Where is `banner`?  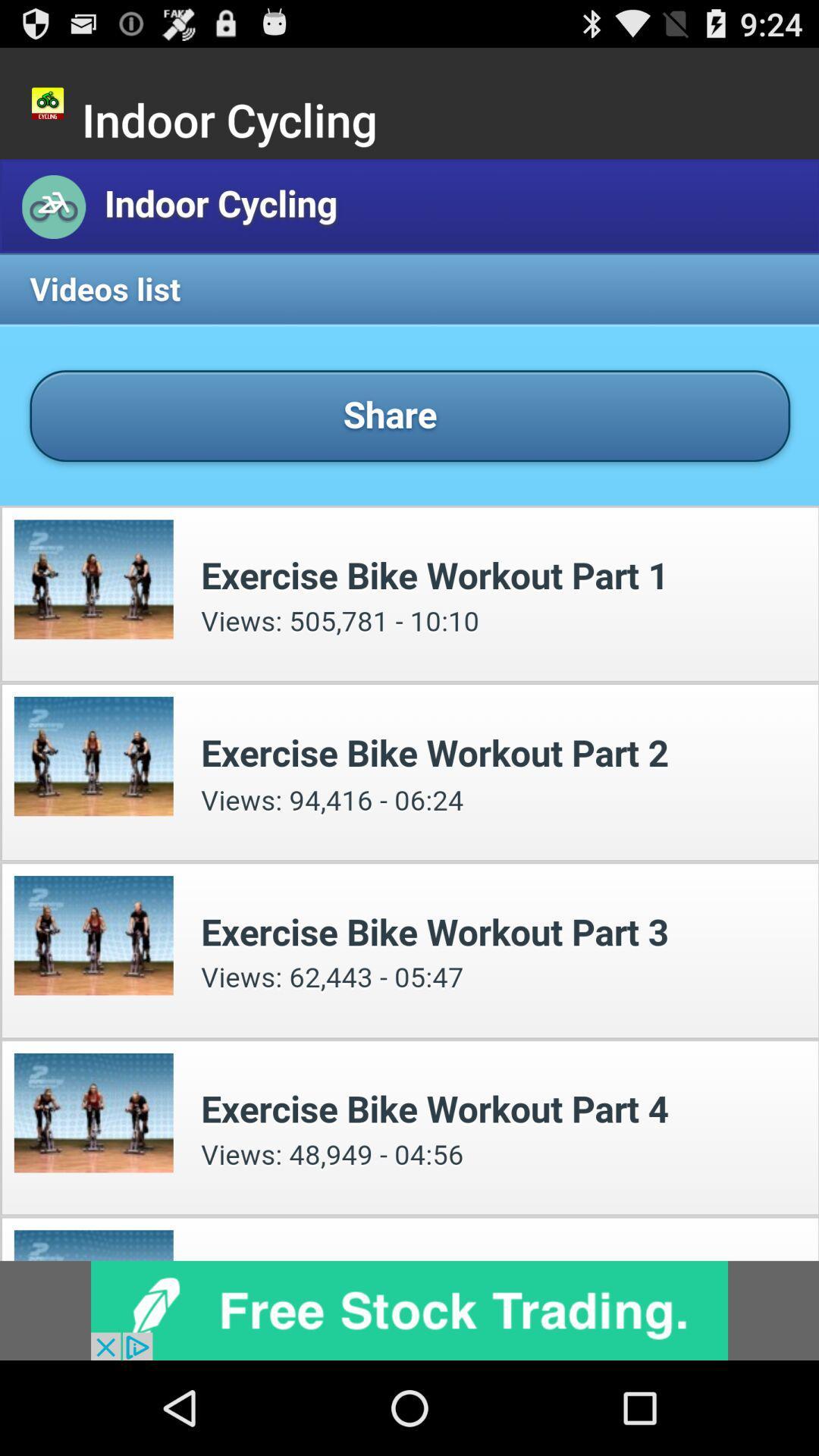 banner is located at coordinates (409, 1310).